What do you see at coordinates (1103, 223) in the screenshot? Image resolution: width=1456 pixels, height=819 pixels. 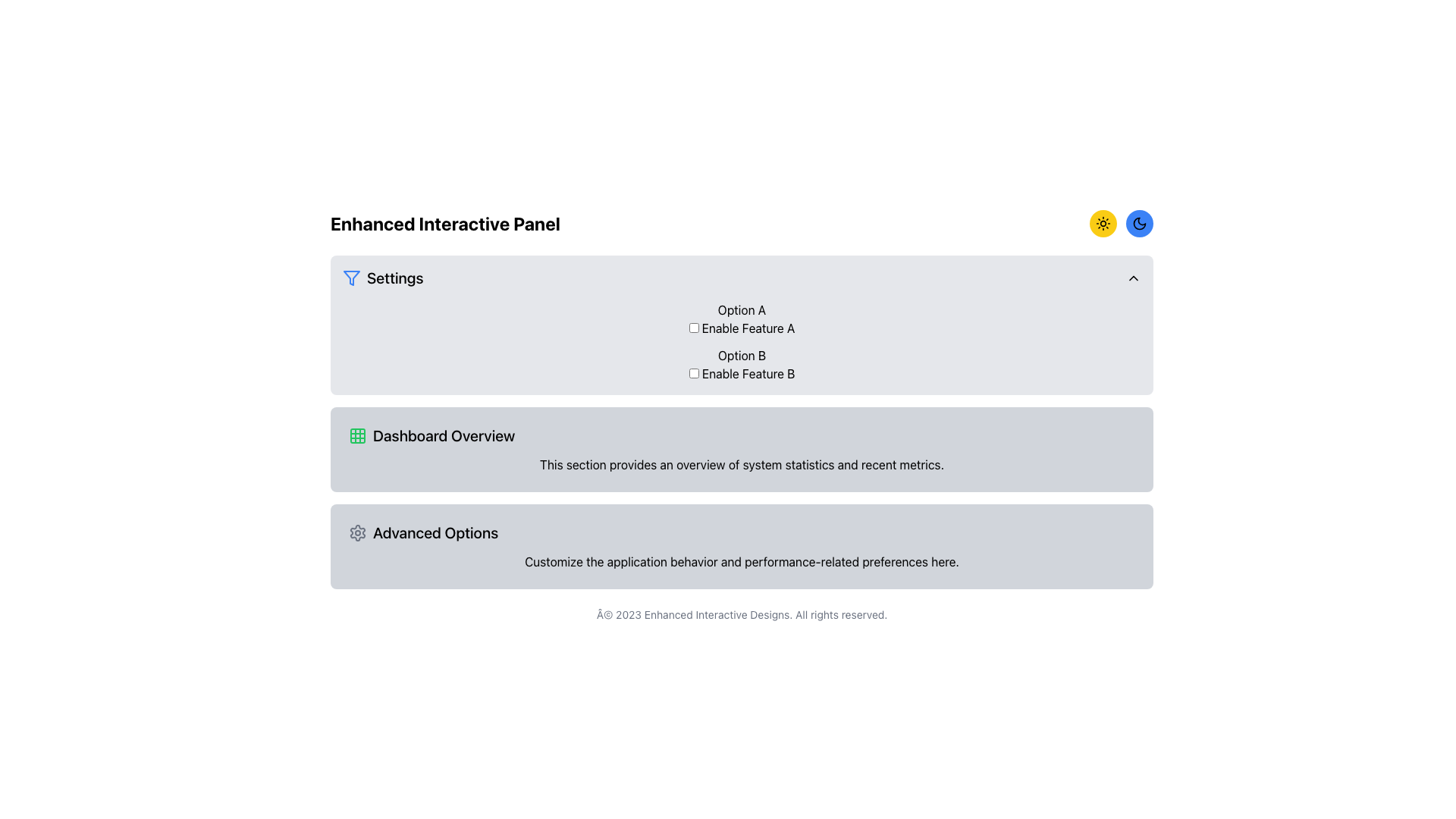 I see `the light mode toggle icon located in the top-right corner of the interface, which is the leftmost icon in the group of control icons` at bounding box center [1103, 223].